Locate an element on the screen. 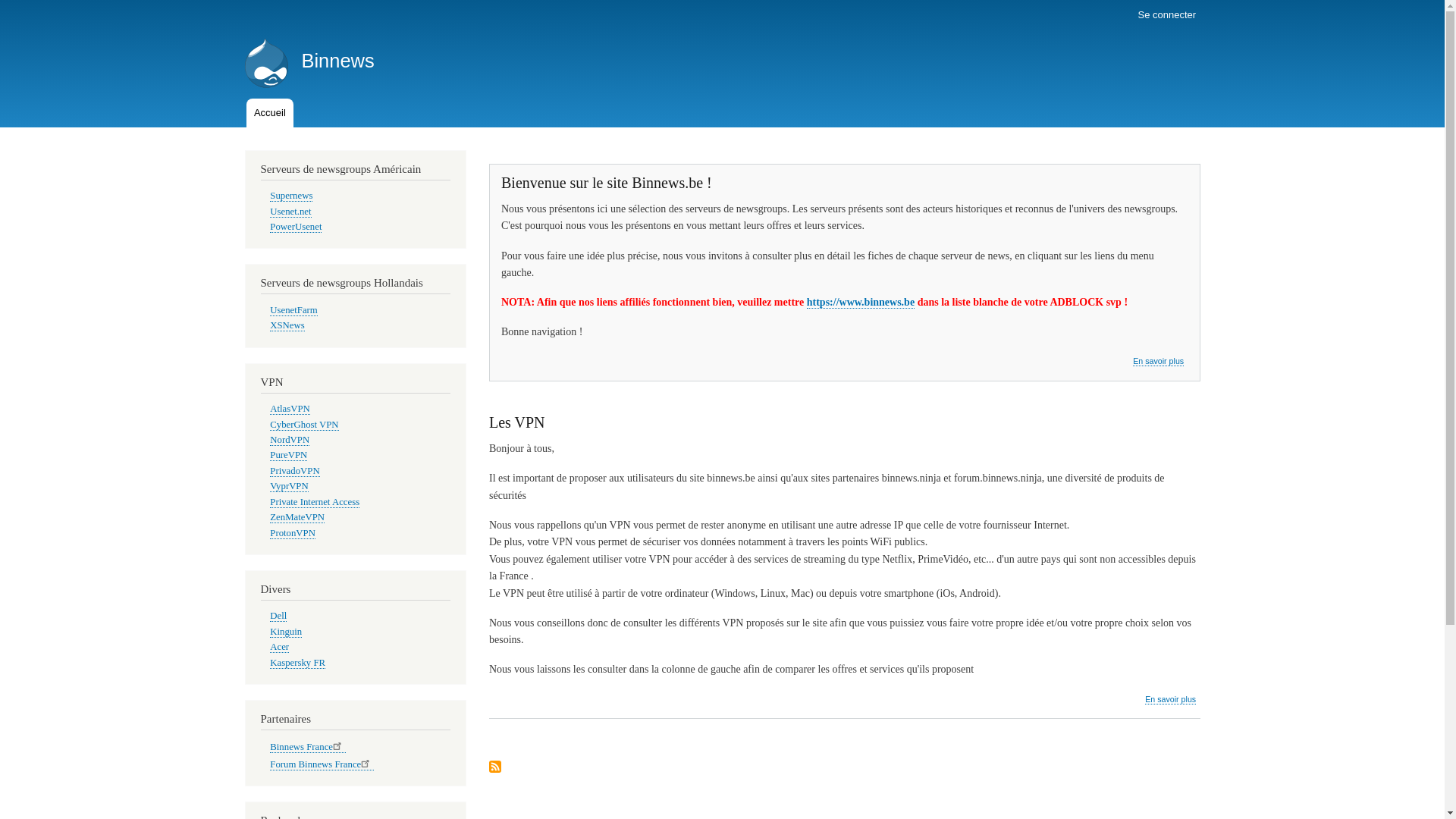  'ProtonVPN' is located at coordinates (292, 532).